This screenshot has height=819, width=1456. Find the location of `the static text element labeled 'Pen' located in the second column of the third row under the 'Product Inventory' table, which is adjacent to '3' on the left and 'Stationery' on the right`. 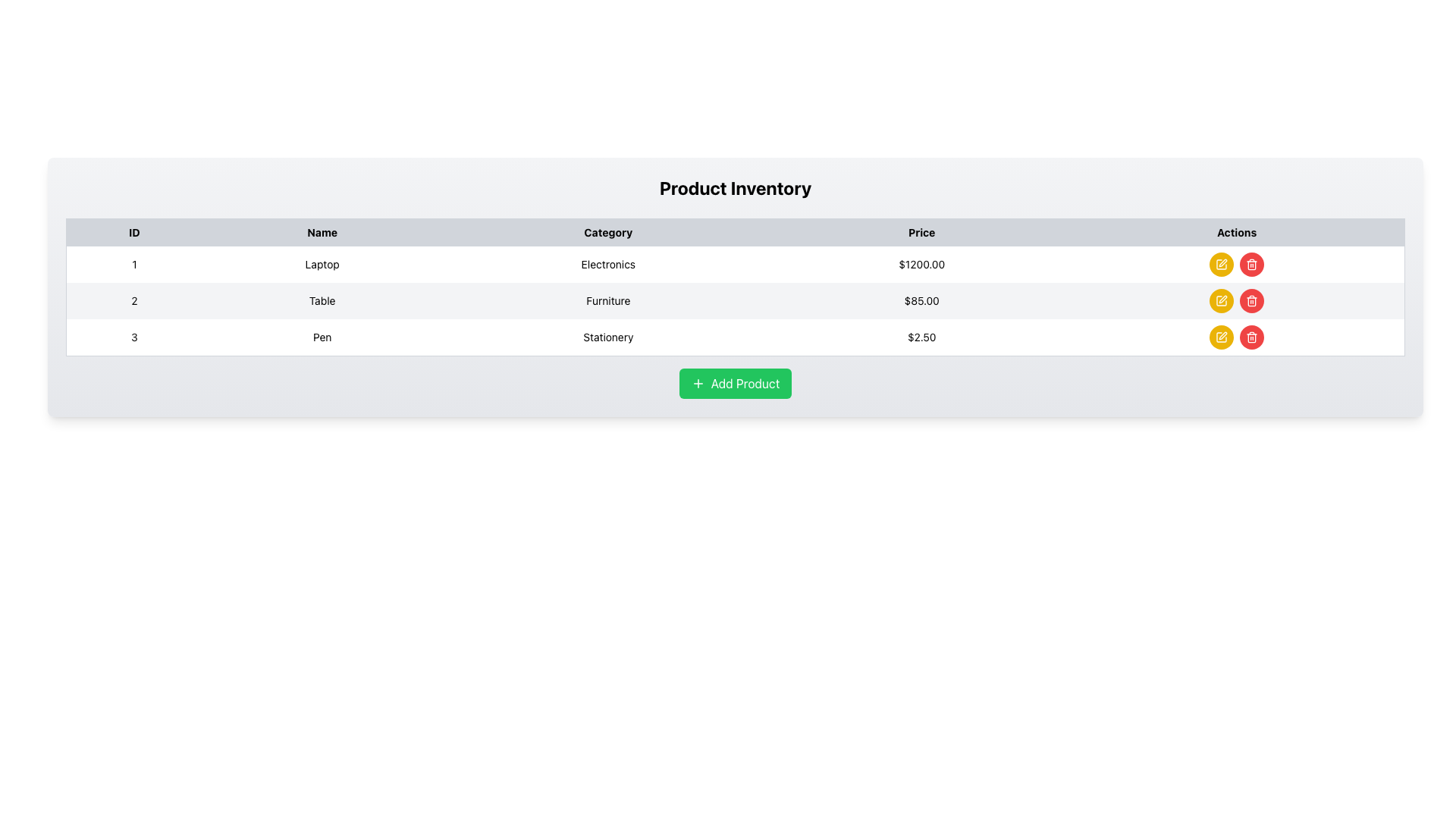

the static text element labeled 'Pen' located in the second column of the third row under the 'Product Inventory' table, which is adjacent to '3' on the left and 'Stationery' on the right is located at coordinates (322, 337).